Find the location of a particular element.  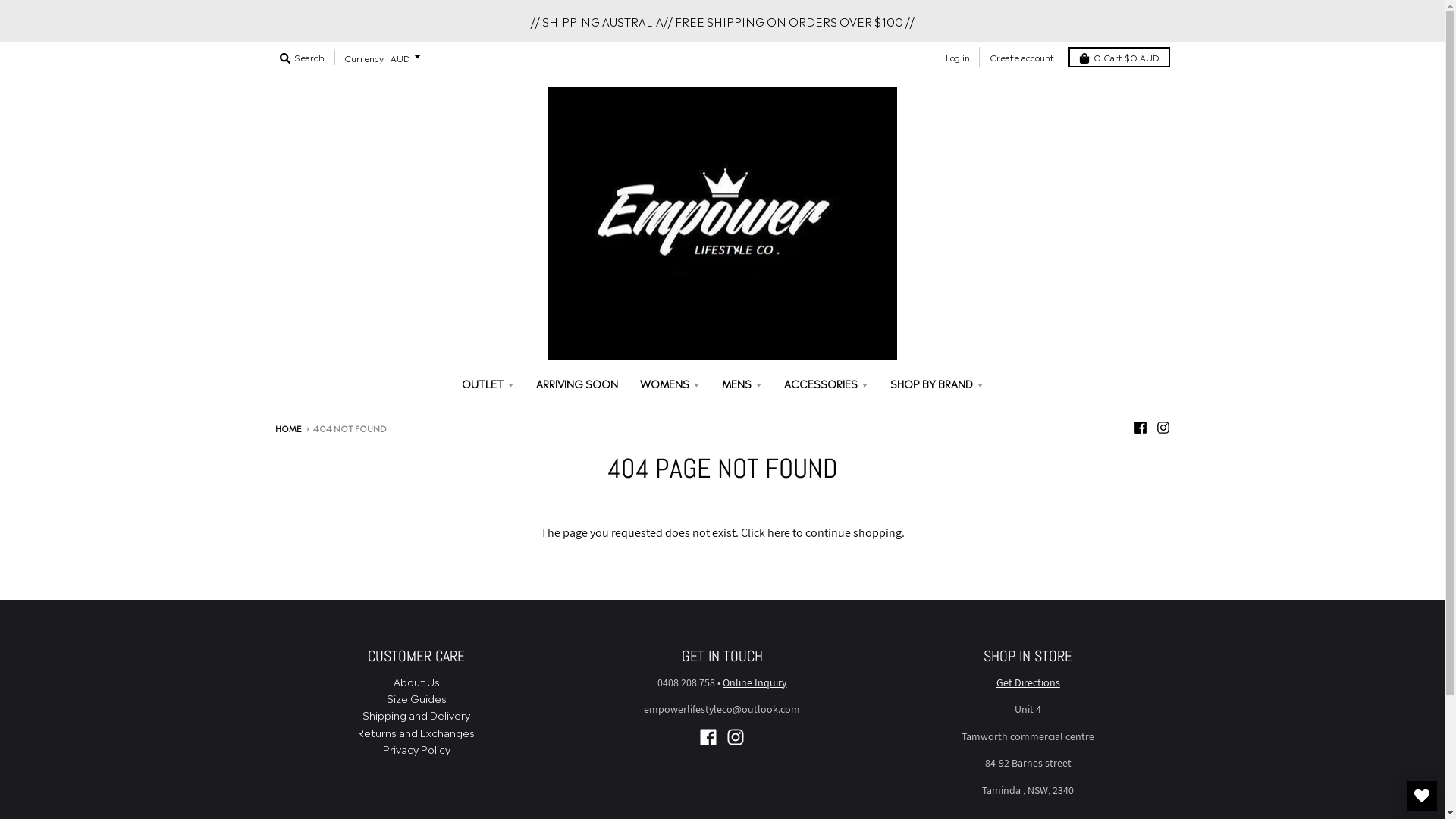

'Log in' is located at coordinates (939, 56).